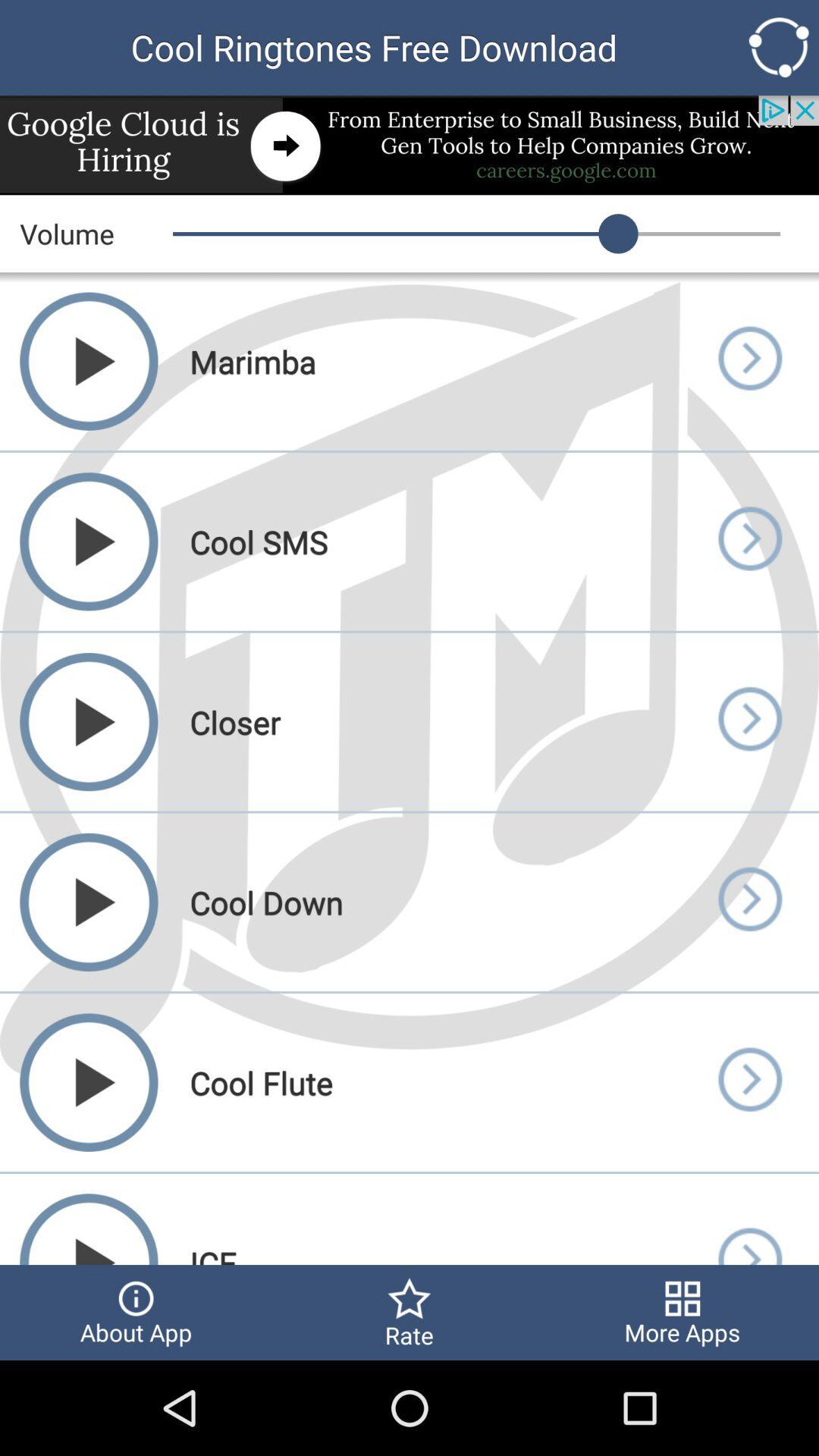  Describe the element at coordinates (748, 1081) in the screenshot. I see `change ringtone` at that location.